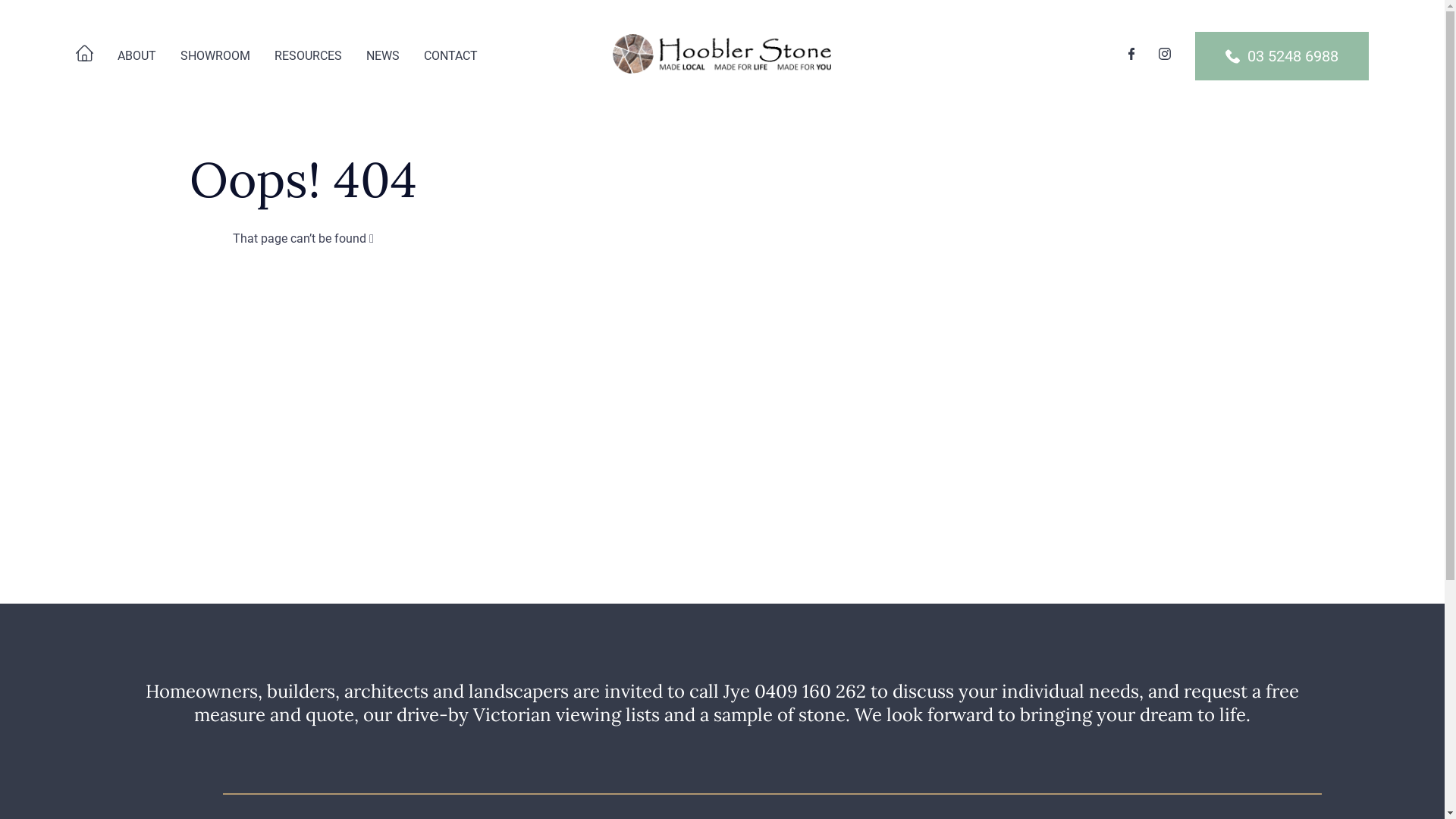 This screenshot has width=1456, height=819. Describe the element at coordinates (214, 55) in the screenshot. I see `'SHOWROOM'` at that location.